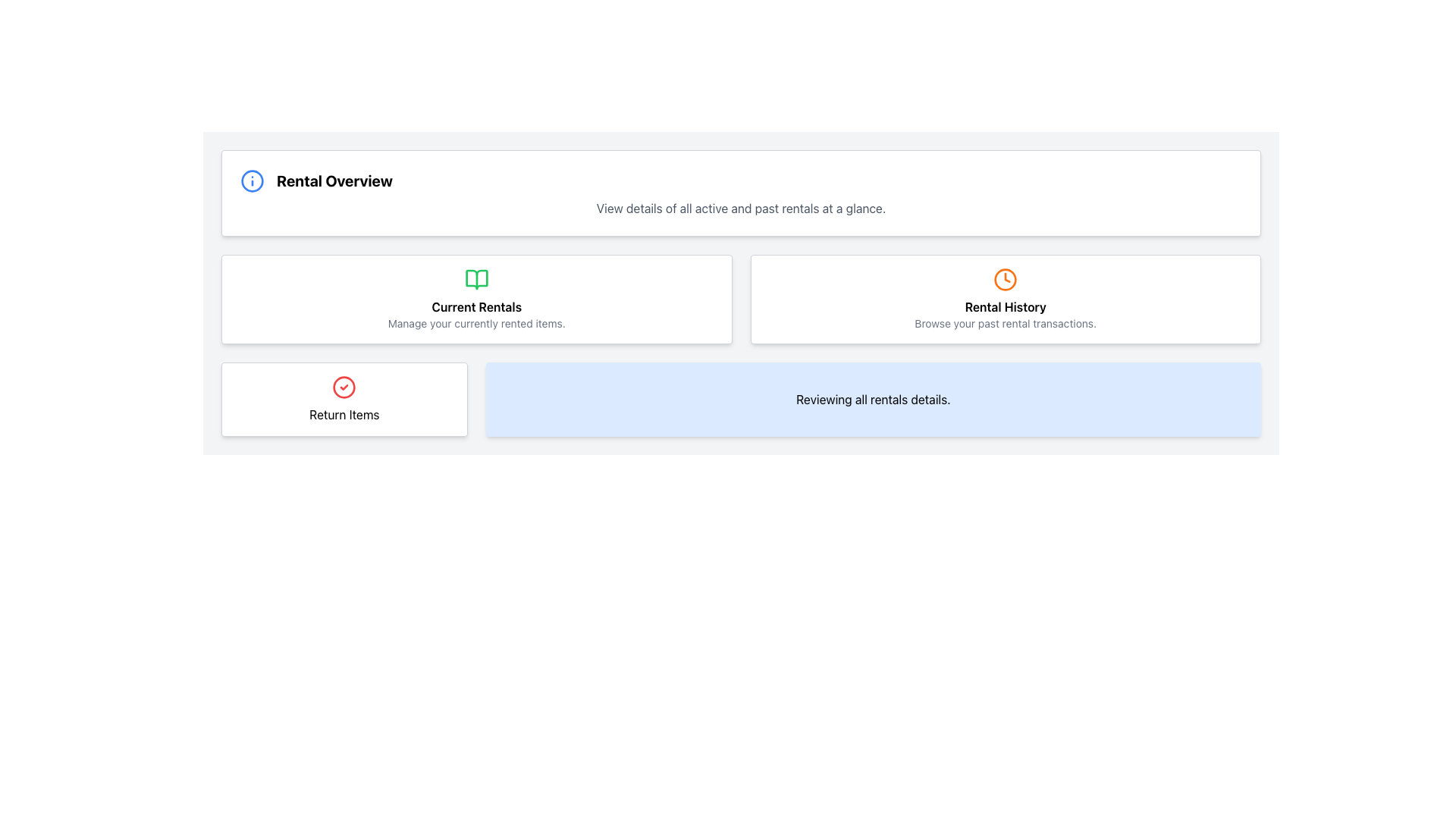 This screenshot has width=1456, height=819. I want to click on the left circular sub-component of the orange clock icon in the 'Rental History' section, which has a white background and orange outlines, so click(1006, 280).